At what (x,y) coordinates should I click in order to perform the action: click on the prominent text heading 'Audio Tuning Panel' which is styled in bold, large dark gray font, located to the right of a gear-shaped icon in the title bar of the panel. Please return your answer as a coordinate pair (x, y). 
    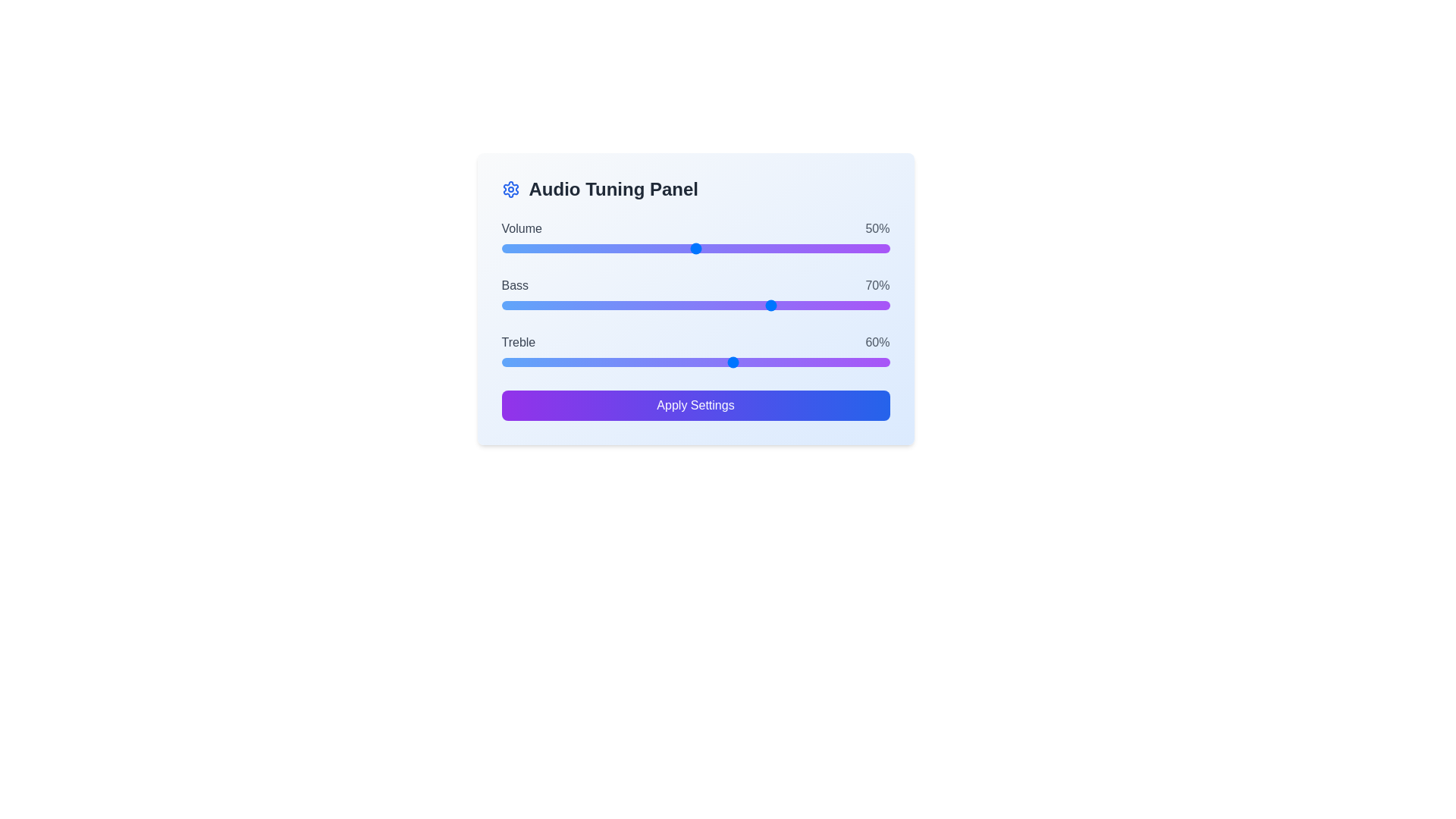
    Looking at the image, I should click on (613, 189).